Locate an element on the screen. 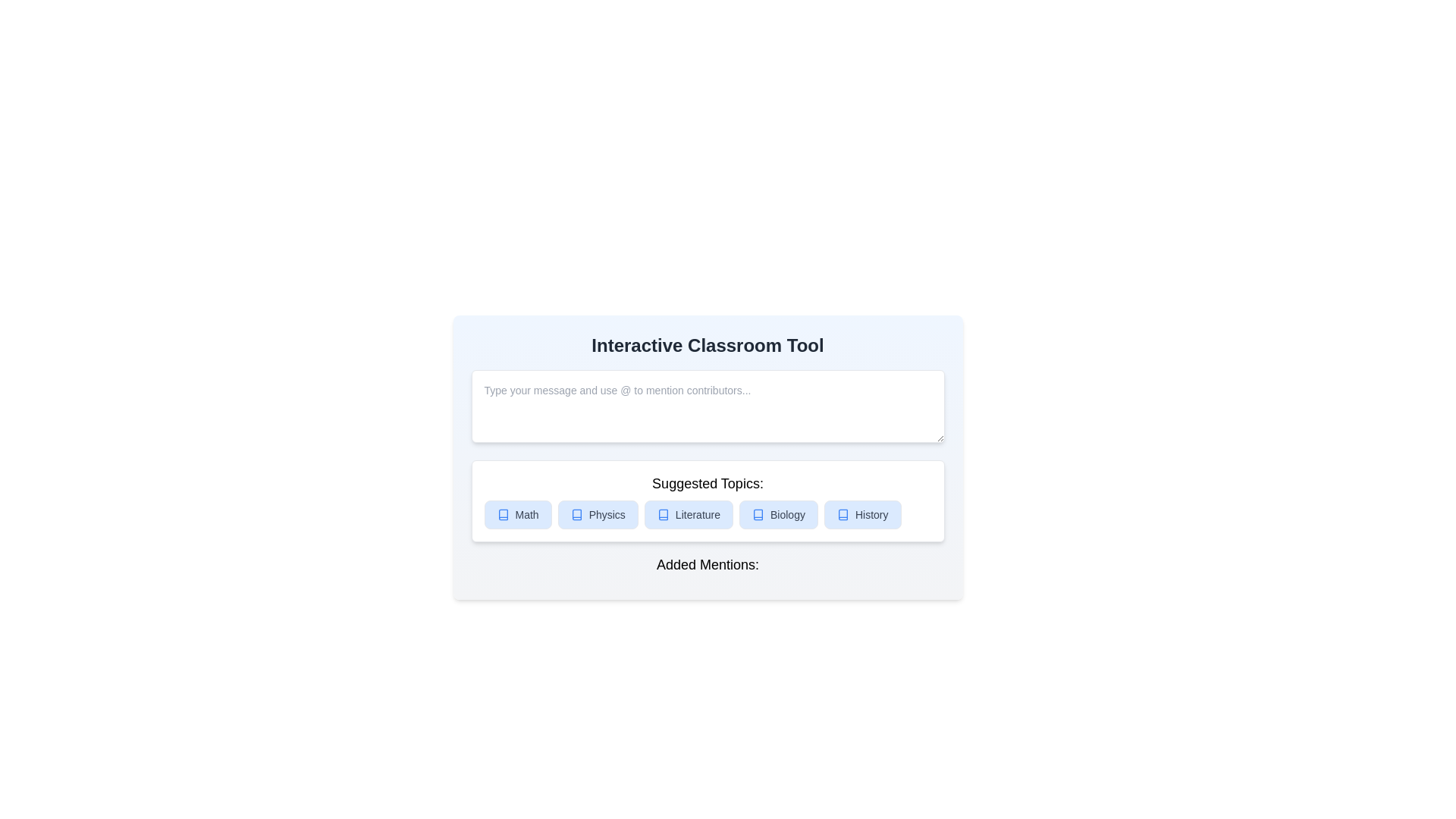 The height and width of the screenshot is (819, 1456). the 'Math' button in the 'Suggested Topics' section is located at coordinates (518, 513).